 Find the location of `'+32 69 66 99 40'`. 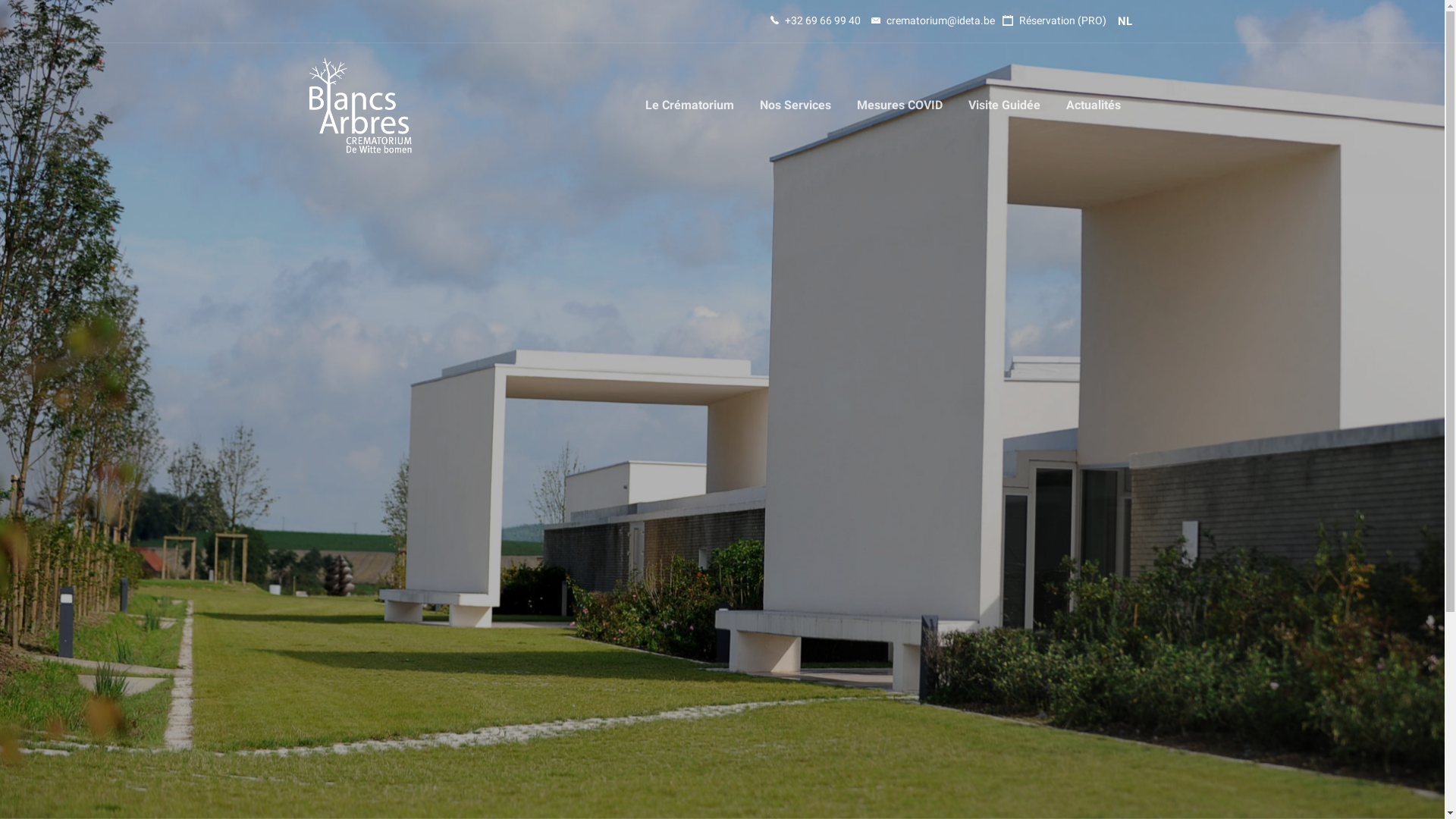

'+32 69 66 99 40' is located at coordinates (814, 20).